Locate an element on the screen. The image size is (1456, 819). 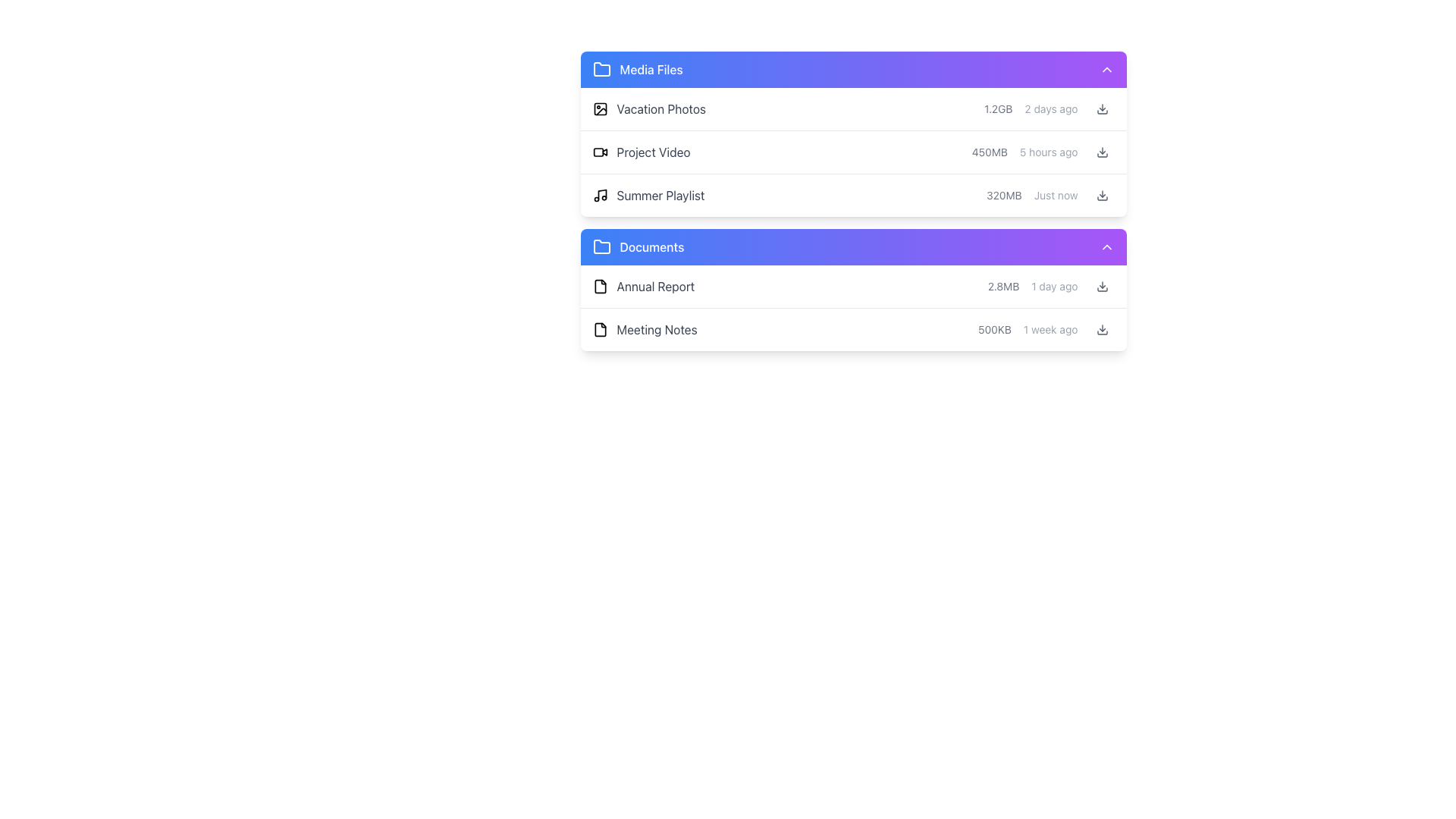
the second chevron icon in the top-right corner of the Media Files section is located at coordinates (1106, 70).